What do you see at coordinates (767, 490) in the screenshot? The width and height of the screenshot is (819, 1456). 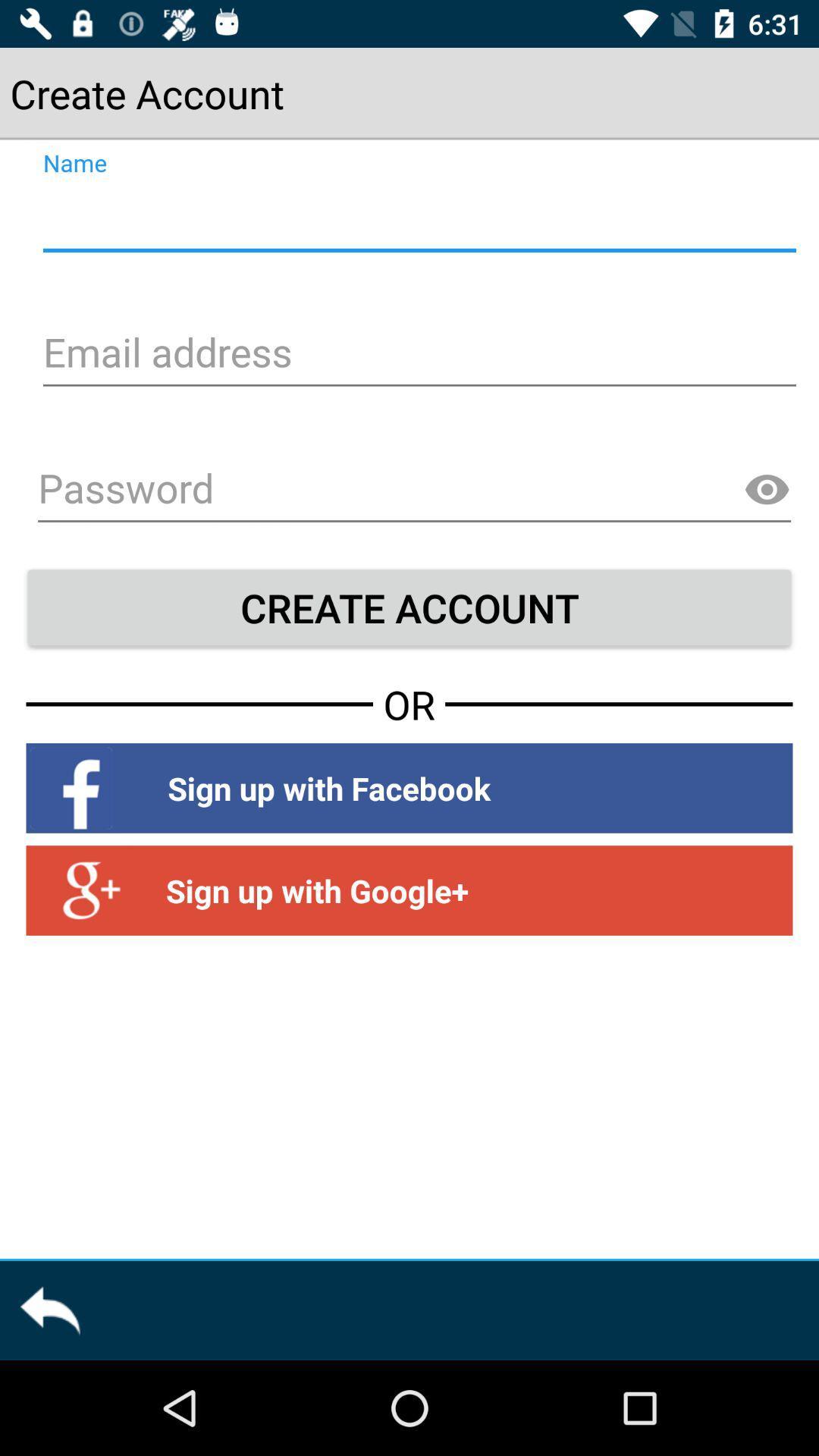 I see `show password` at bounding box center [767, 490].